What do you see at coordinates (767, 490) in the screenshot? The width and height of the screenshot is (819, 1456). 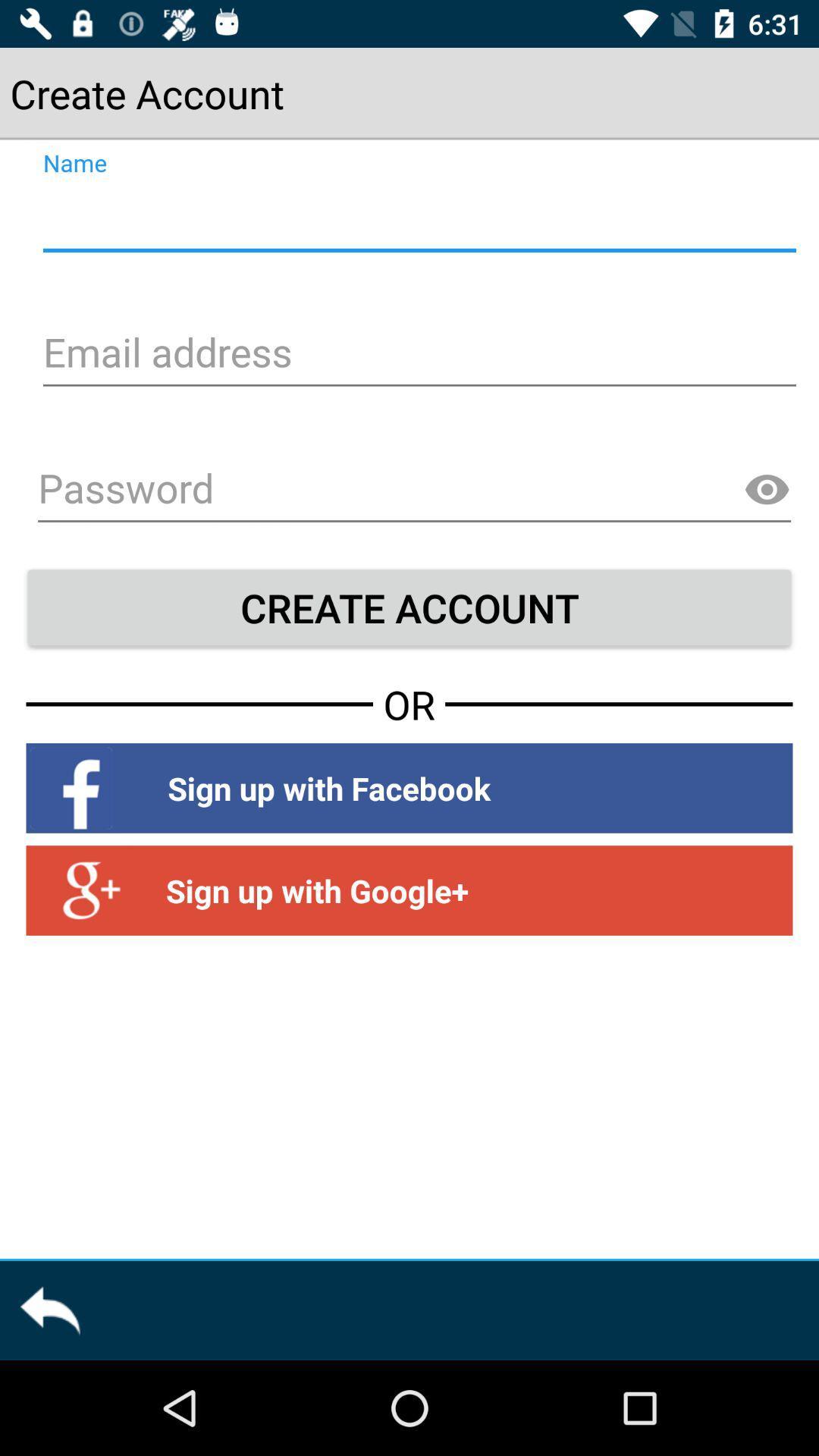 I see `show password` at bounding box center [767, 490].